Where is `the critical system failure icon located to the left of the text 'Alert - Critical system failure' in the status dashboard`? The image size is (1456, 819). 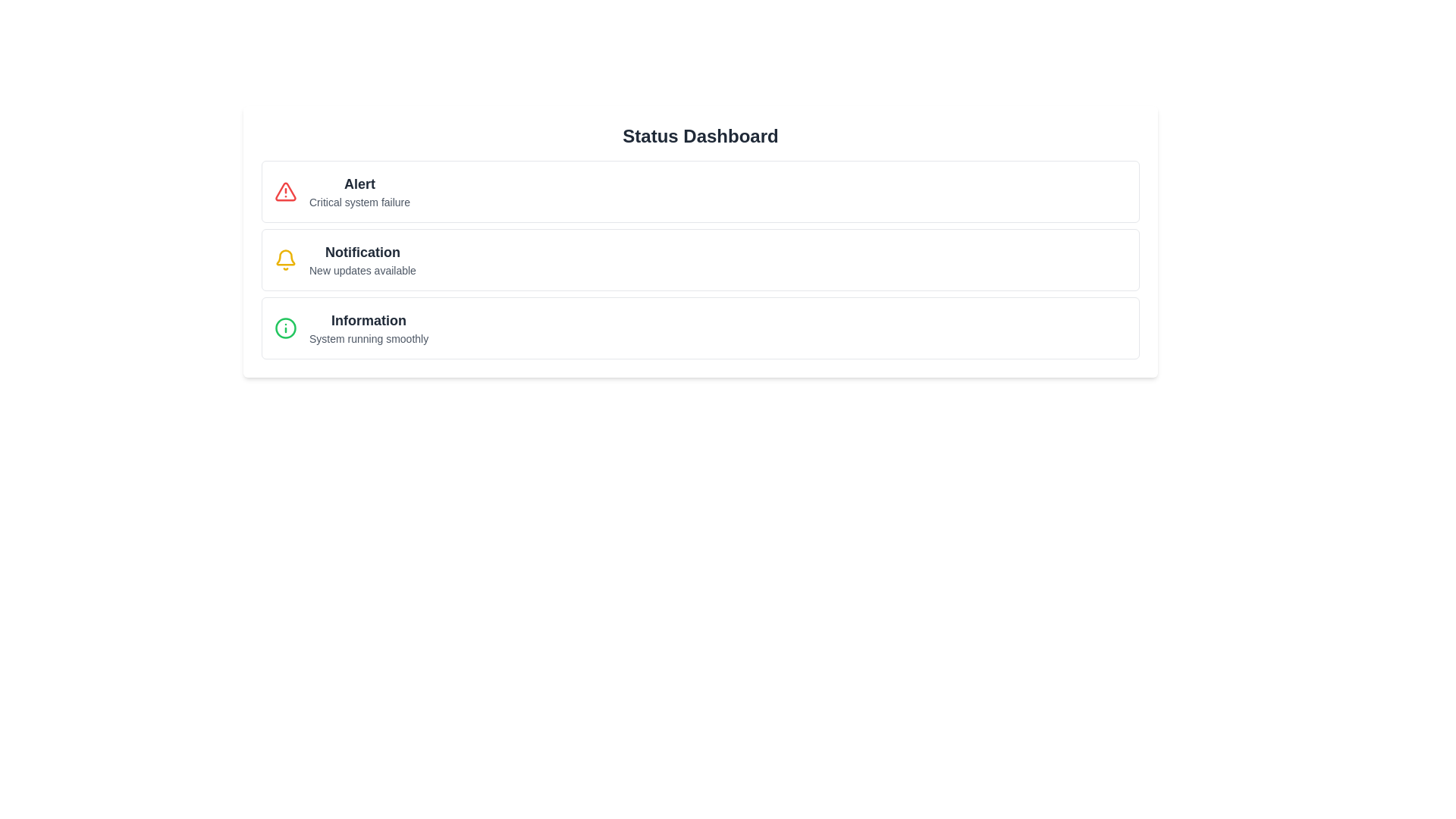 the critical system failure icon located to the left of the text 'Alert - Critical system failure' in the status dashboard is located at coordinates (285, 191).